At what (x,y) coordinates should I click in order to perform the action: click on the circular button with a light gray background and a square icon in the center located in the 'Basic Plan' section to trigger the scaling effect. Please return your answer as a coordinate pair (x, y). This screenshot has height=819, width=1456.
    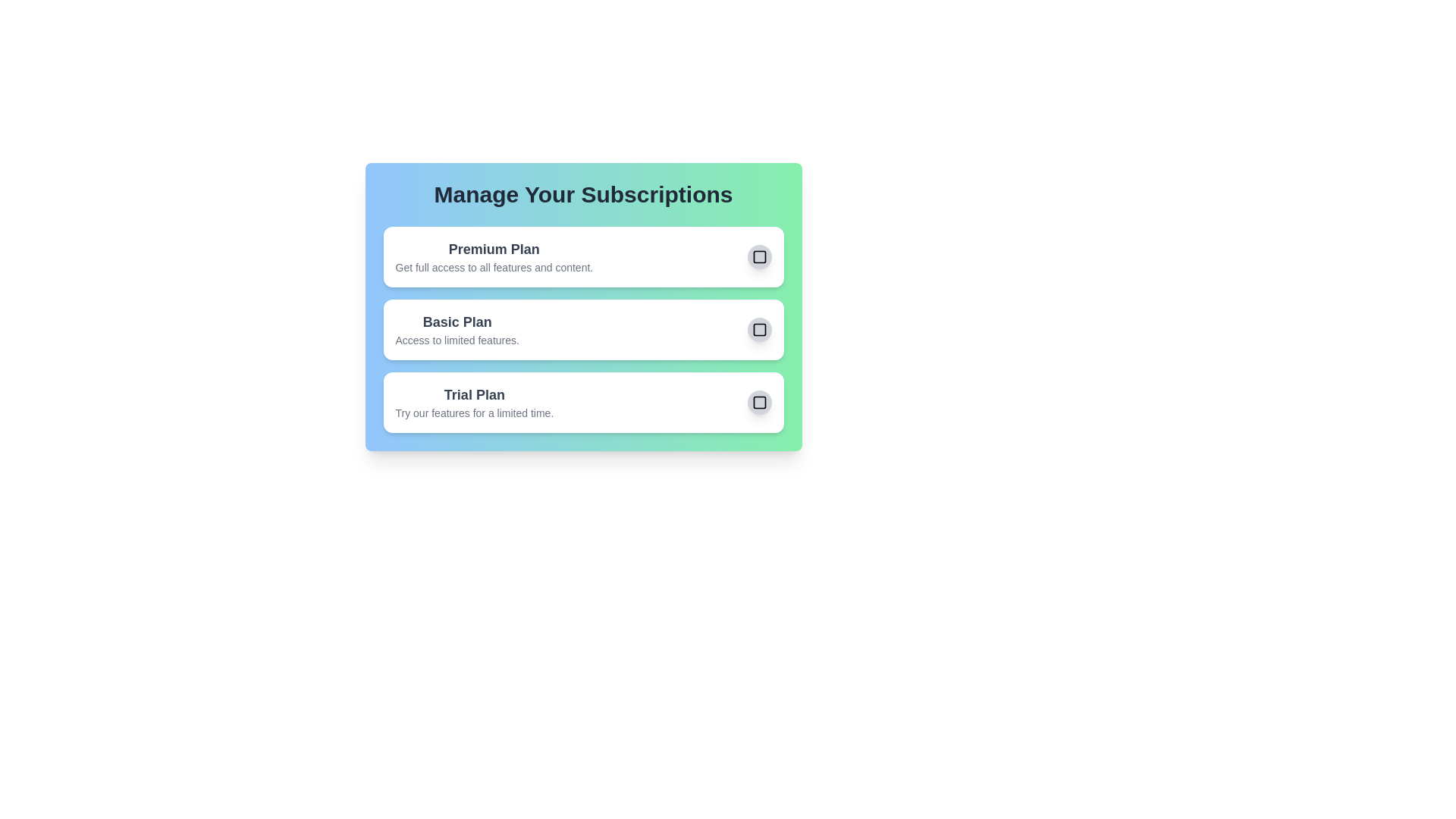
    Looking at the image, I should click on (759, 329).